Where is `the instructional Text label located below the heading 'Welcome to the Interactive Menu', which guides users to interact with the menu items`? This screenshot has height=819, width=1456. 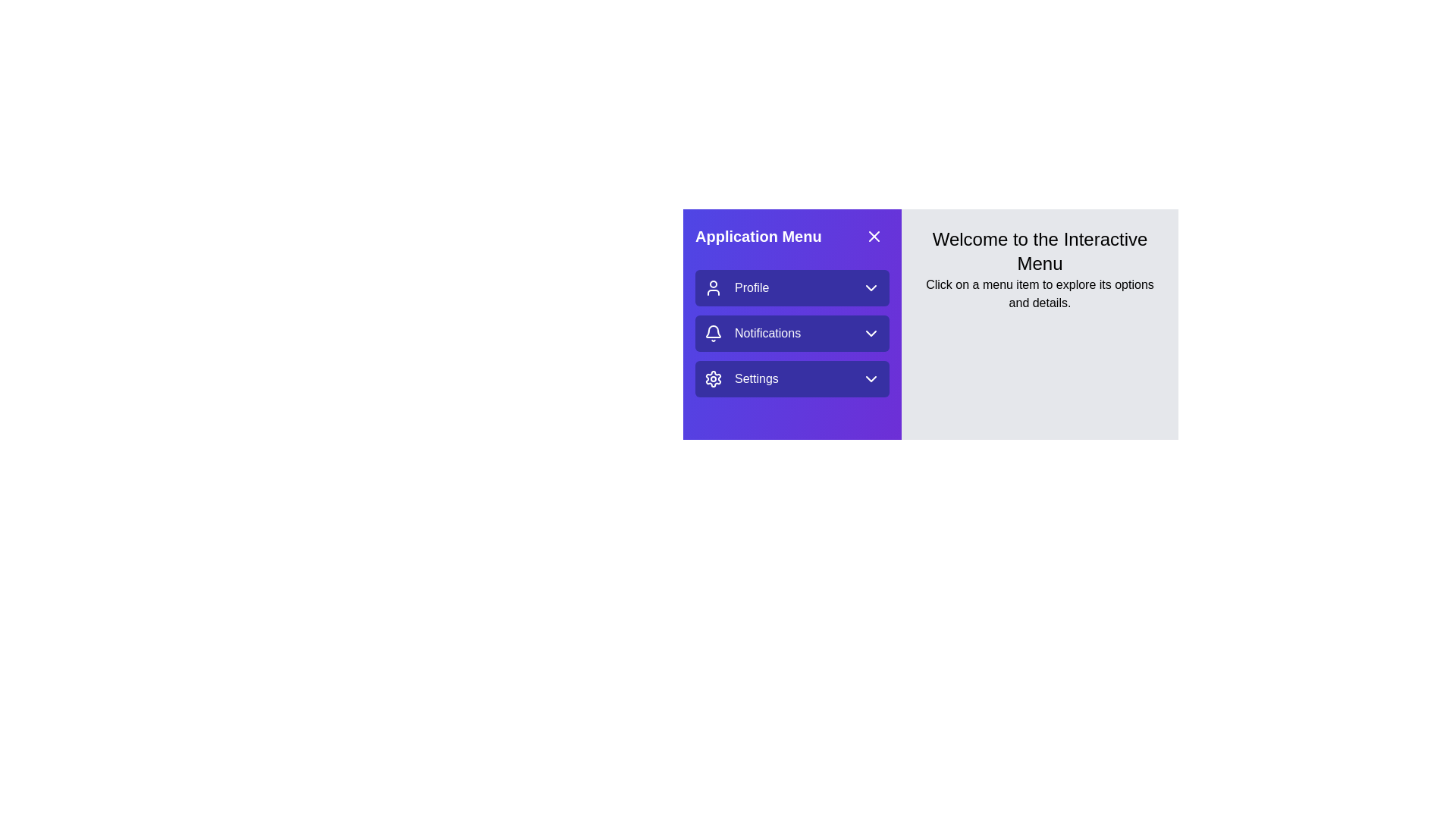 the instructional Text label located below the heading 'Welcome to the Interactive Menu', which guides users to interact with the menu items is located at coordinates (1039, 294).